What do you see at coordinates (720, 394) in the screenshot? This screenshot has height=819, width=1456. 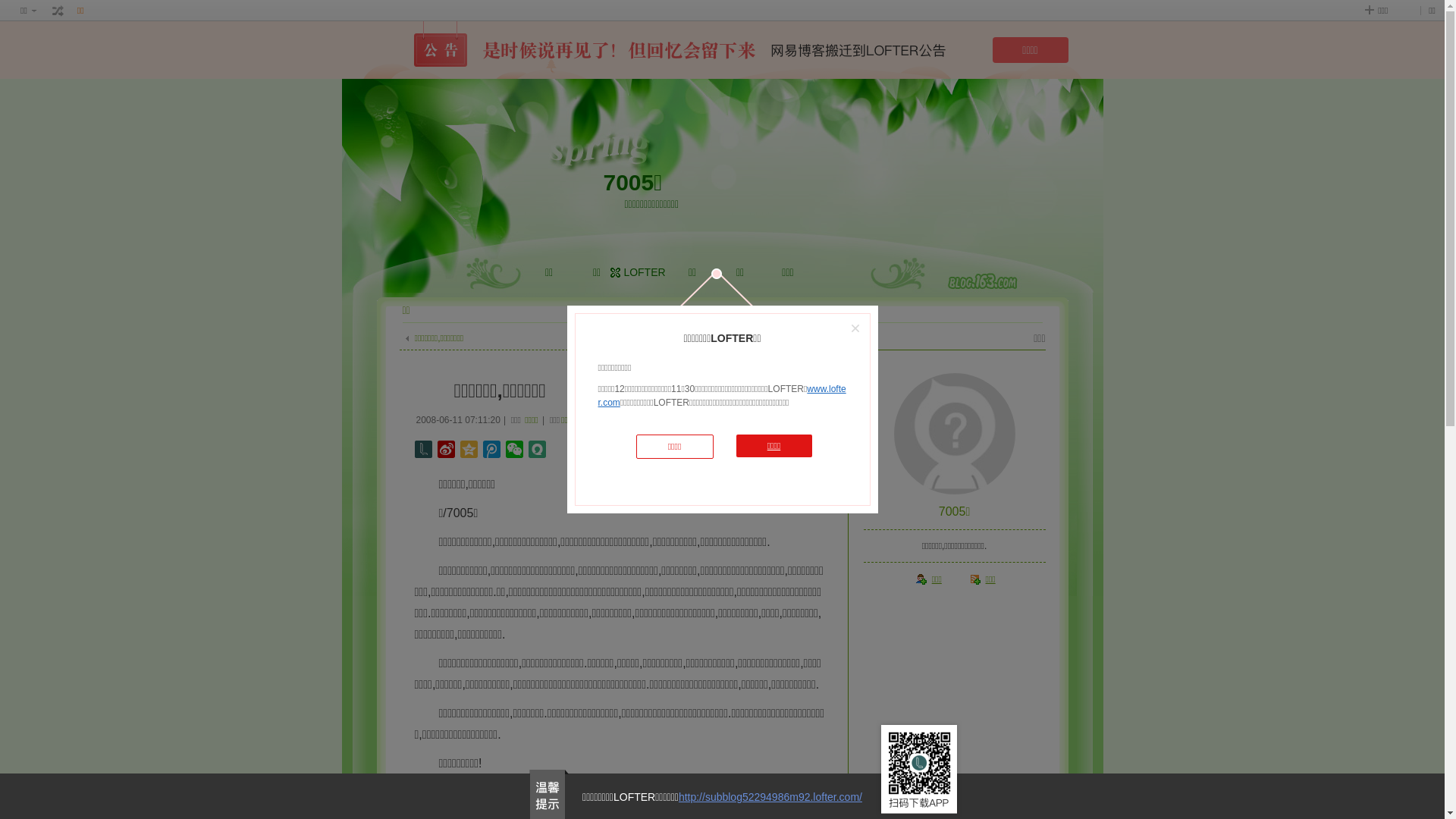 I see `'www.lofter.com'` at bounding box center [720, 394].